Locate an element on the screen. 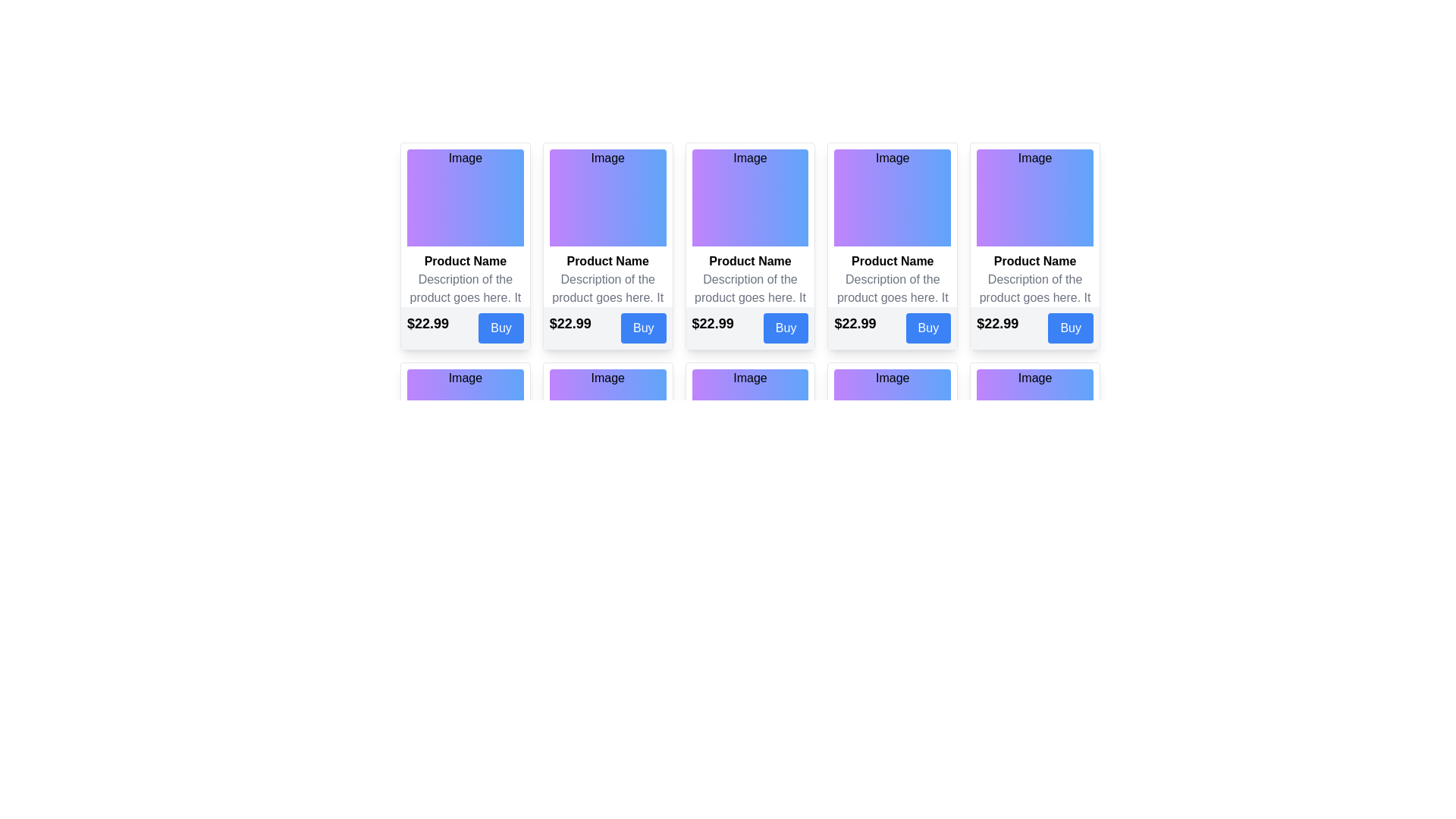 The image size is (1456, 819). the 'Buy' button, which is a rectangular button with rounded corners, blue background, and white text, located beneath the price label '$22.99' is located at coordinates (501, 327).